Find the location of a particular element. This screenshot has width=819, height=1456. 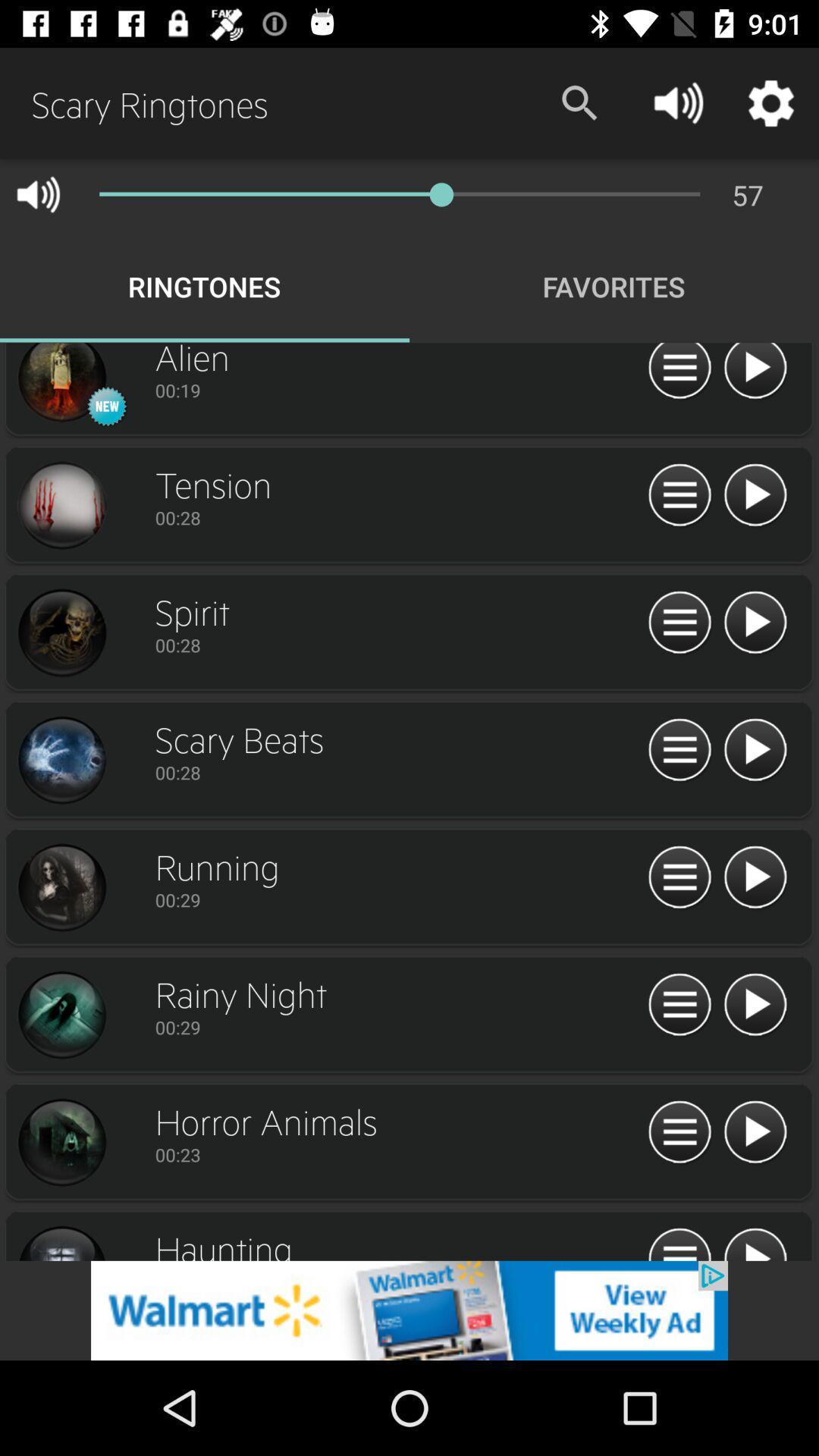

share the article is located at coordinates (409, 1310).